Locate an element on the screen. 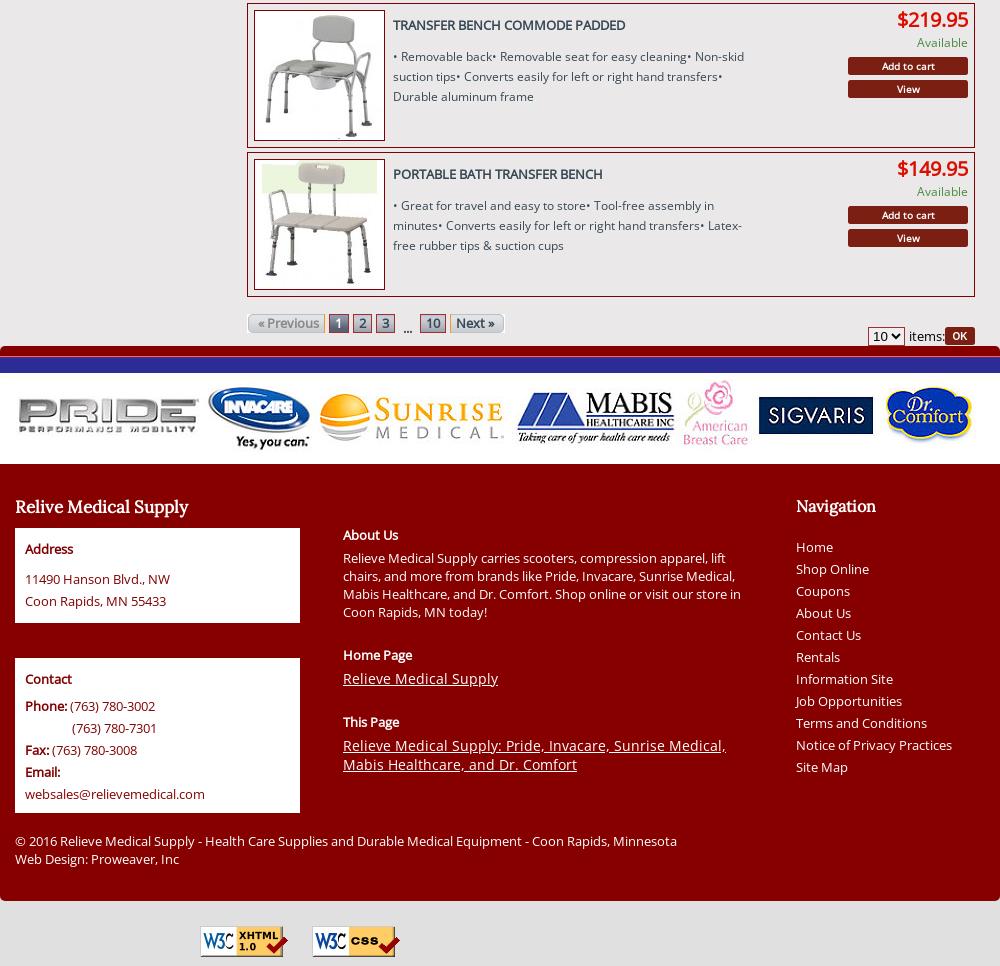 The width and height of the screenshot is (1000, 966). '2' is located at coordinates (360, 321).